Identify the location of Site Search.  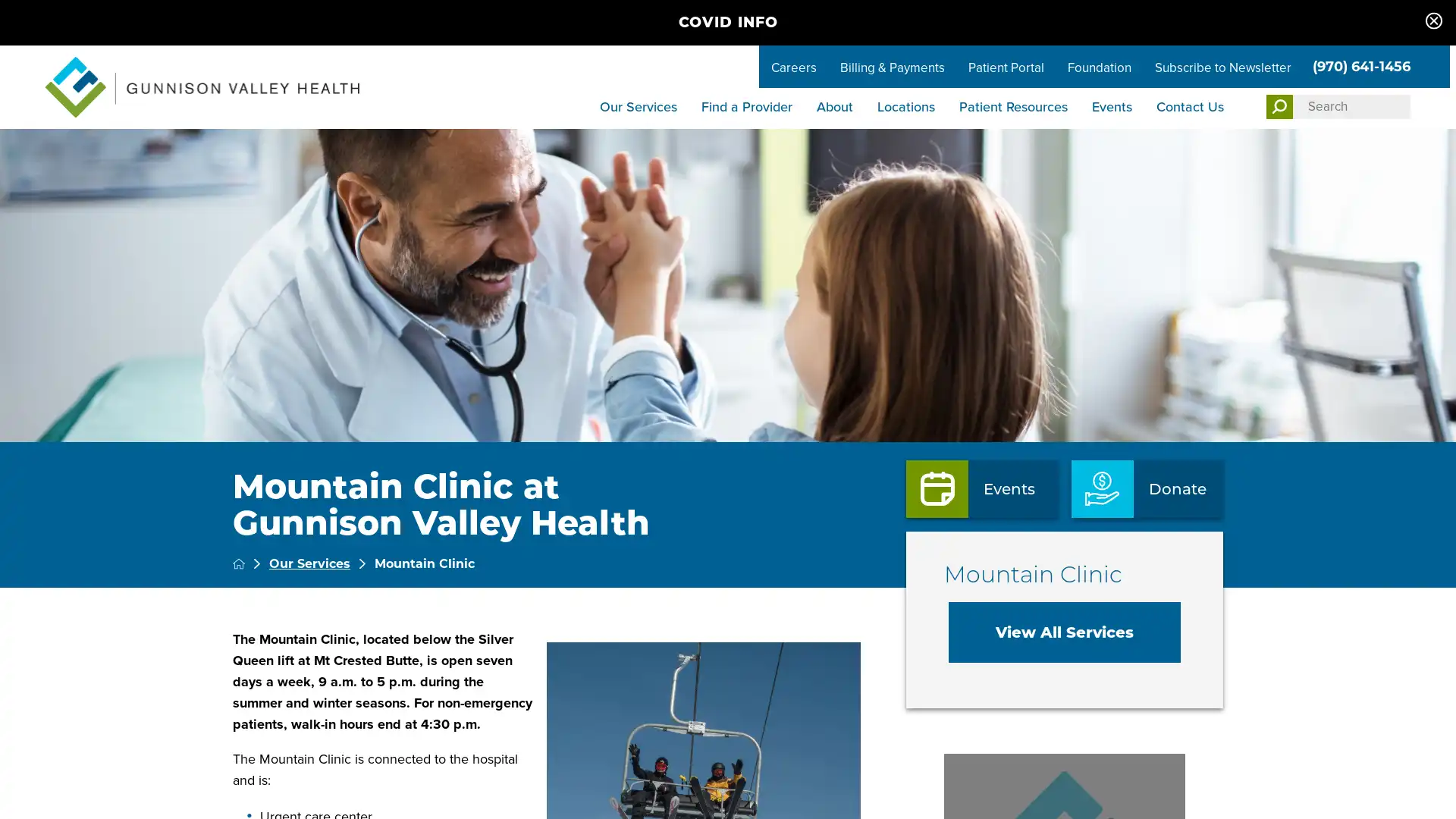
(1279, 105).